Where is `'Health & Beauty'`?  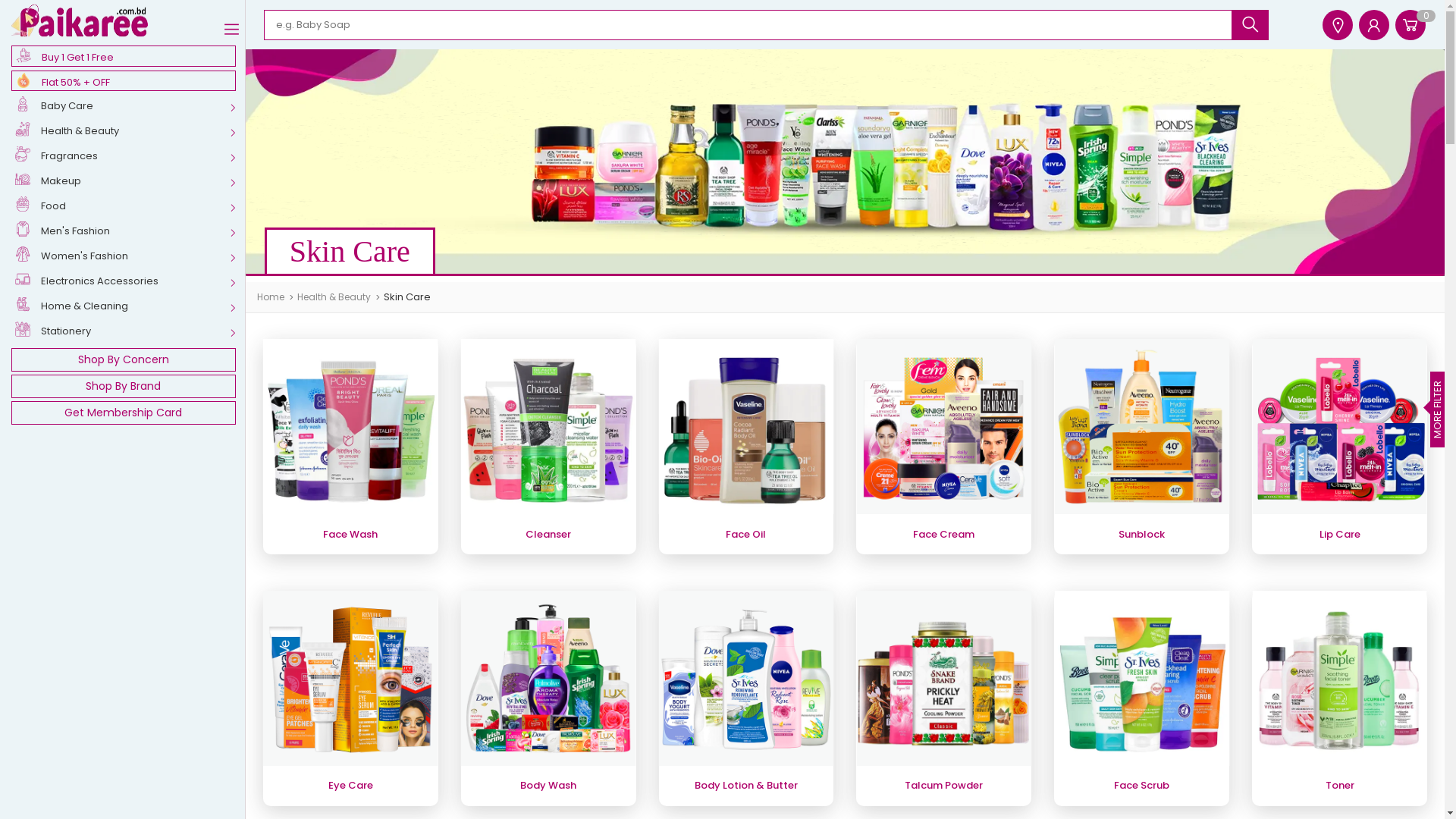 'Health & Beauty' is located at coordinates (337, 297).